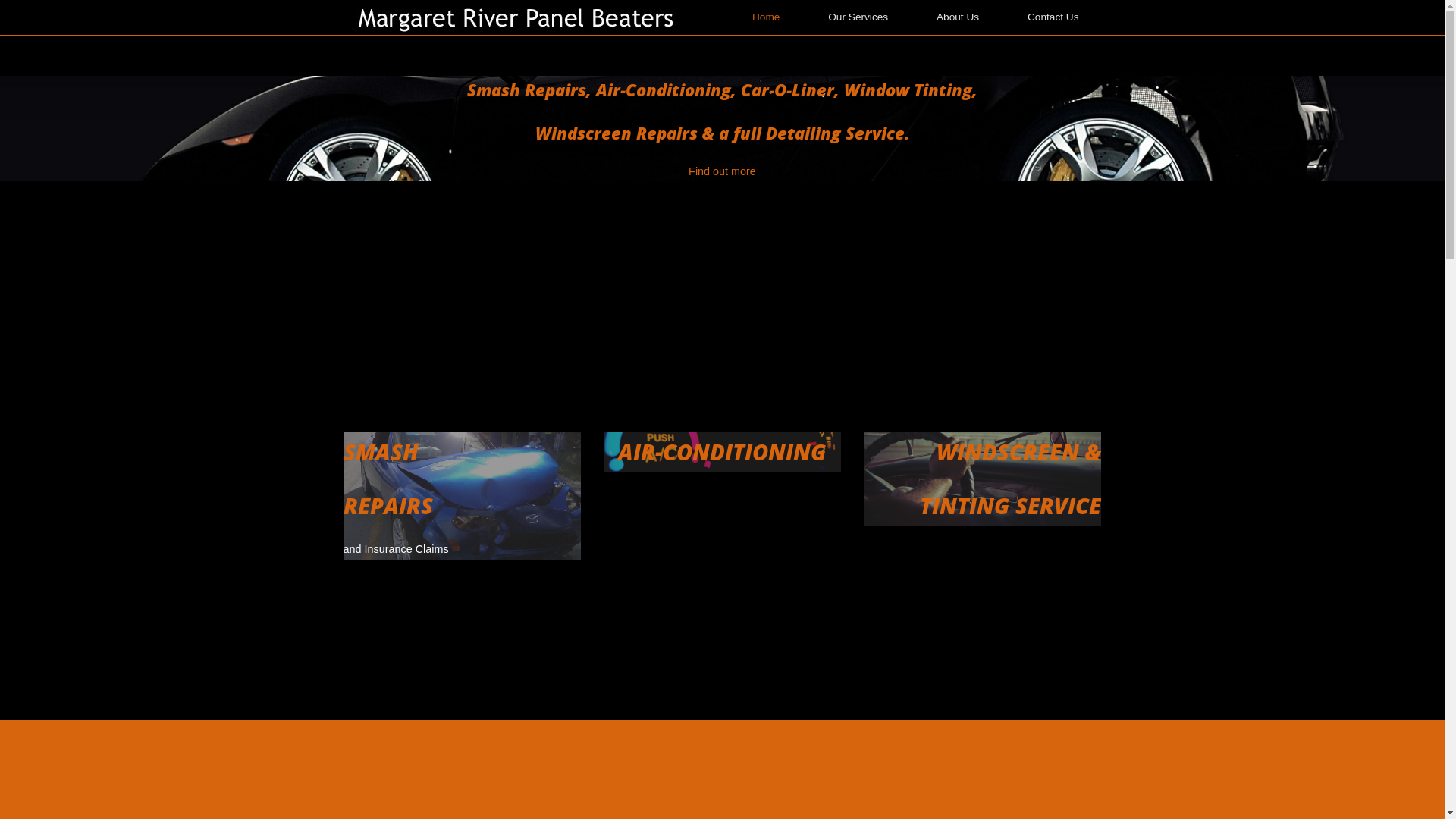 The width and height of the screenshot is (1456, 819). I want to click on 'Contact Us', so click(1052, 17).